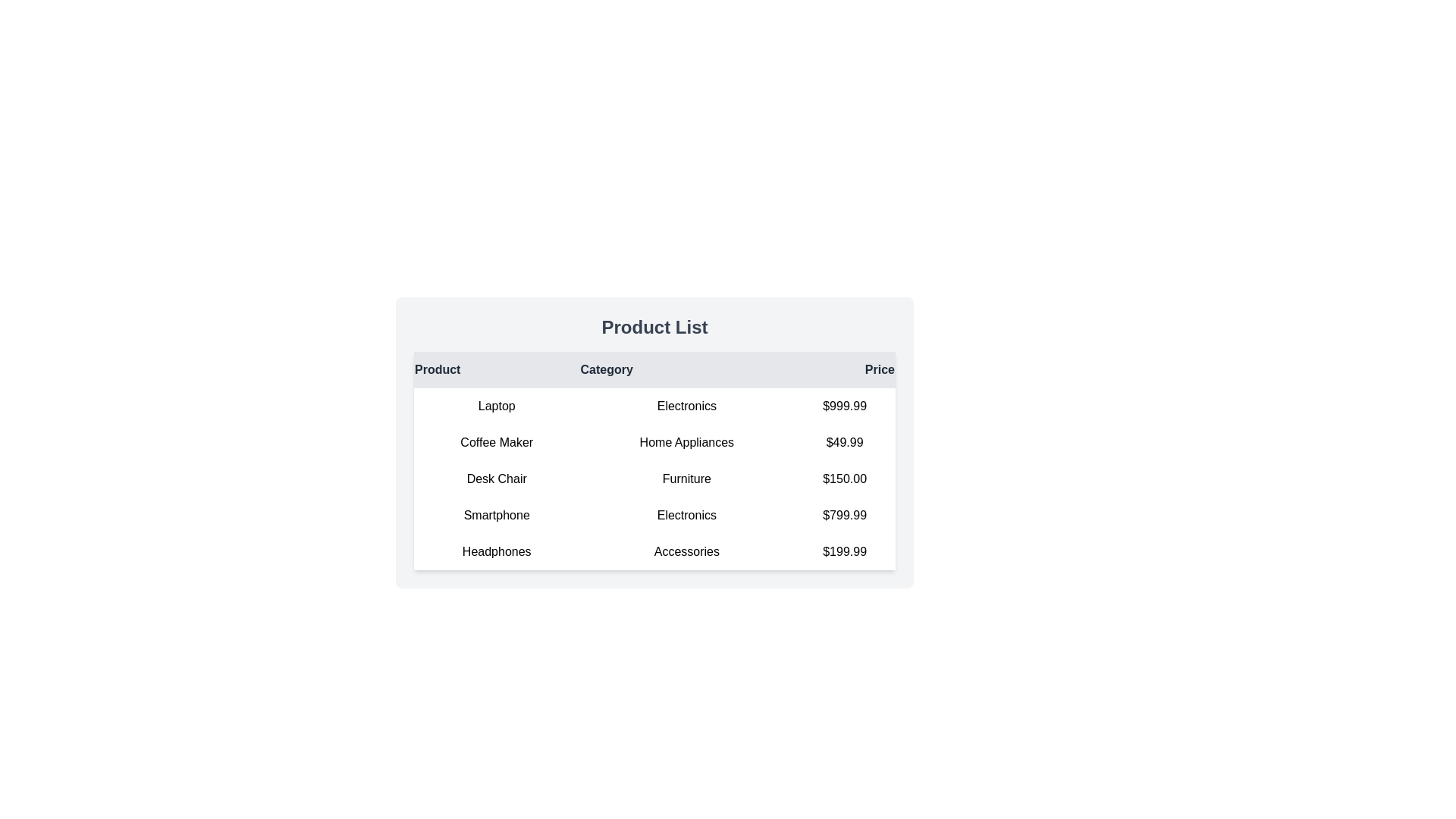  I want to click on the second row of the product list table displaying 'Coffee Maker', 'Home Appliances', and '$49.99', so click(654, 442).